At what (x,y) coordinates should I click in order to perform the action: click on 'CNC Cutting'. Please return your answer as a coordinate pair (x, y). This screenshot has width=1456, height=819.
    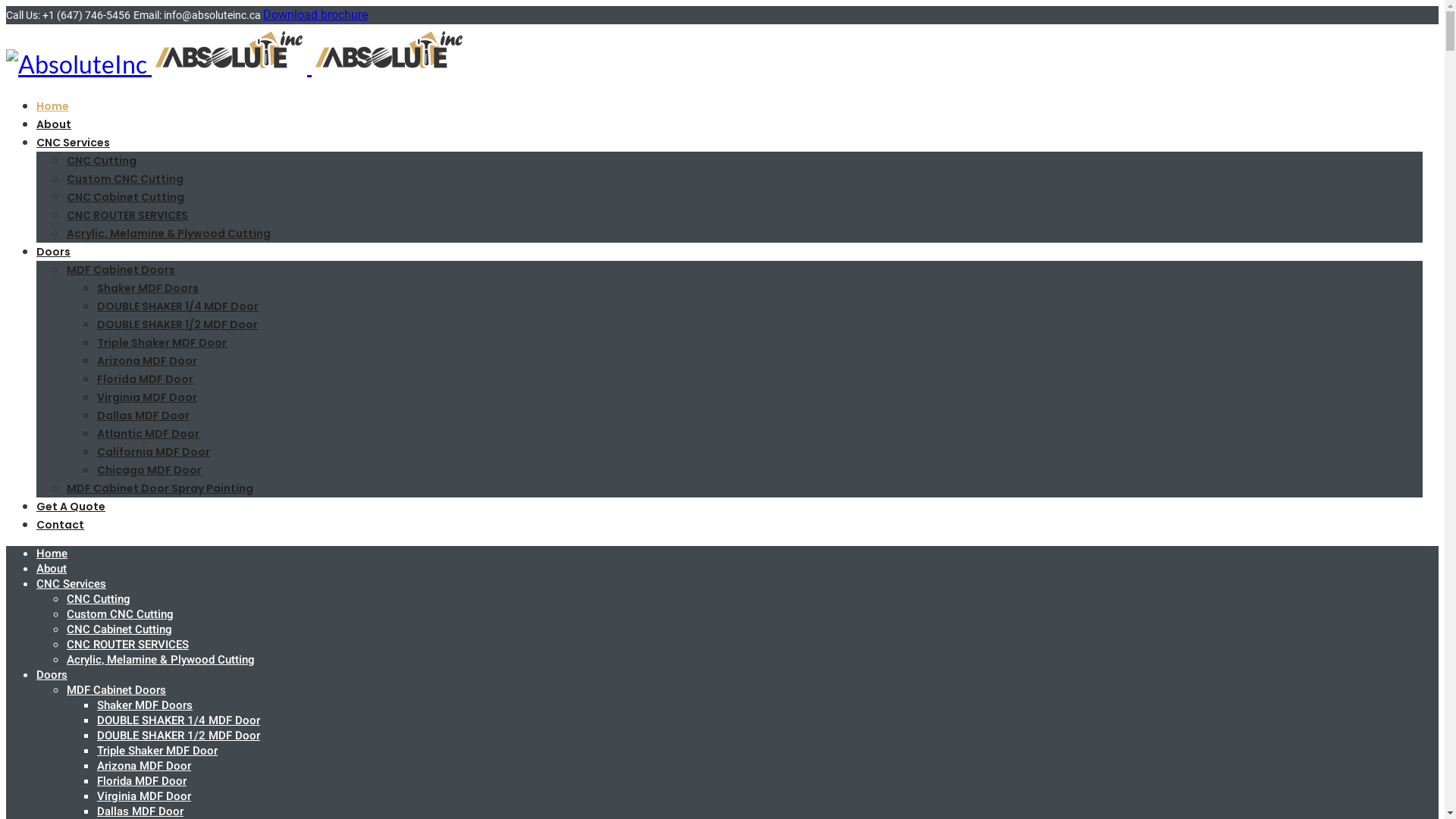
    Looking at the image, I should click on (97, 598).